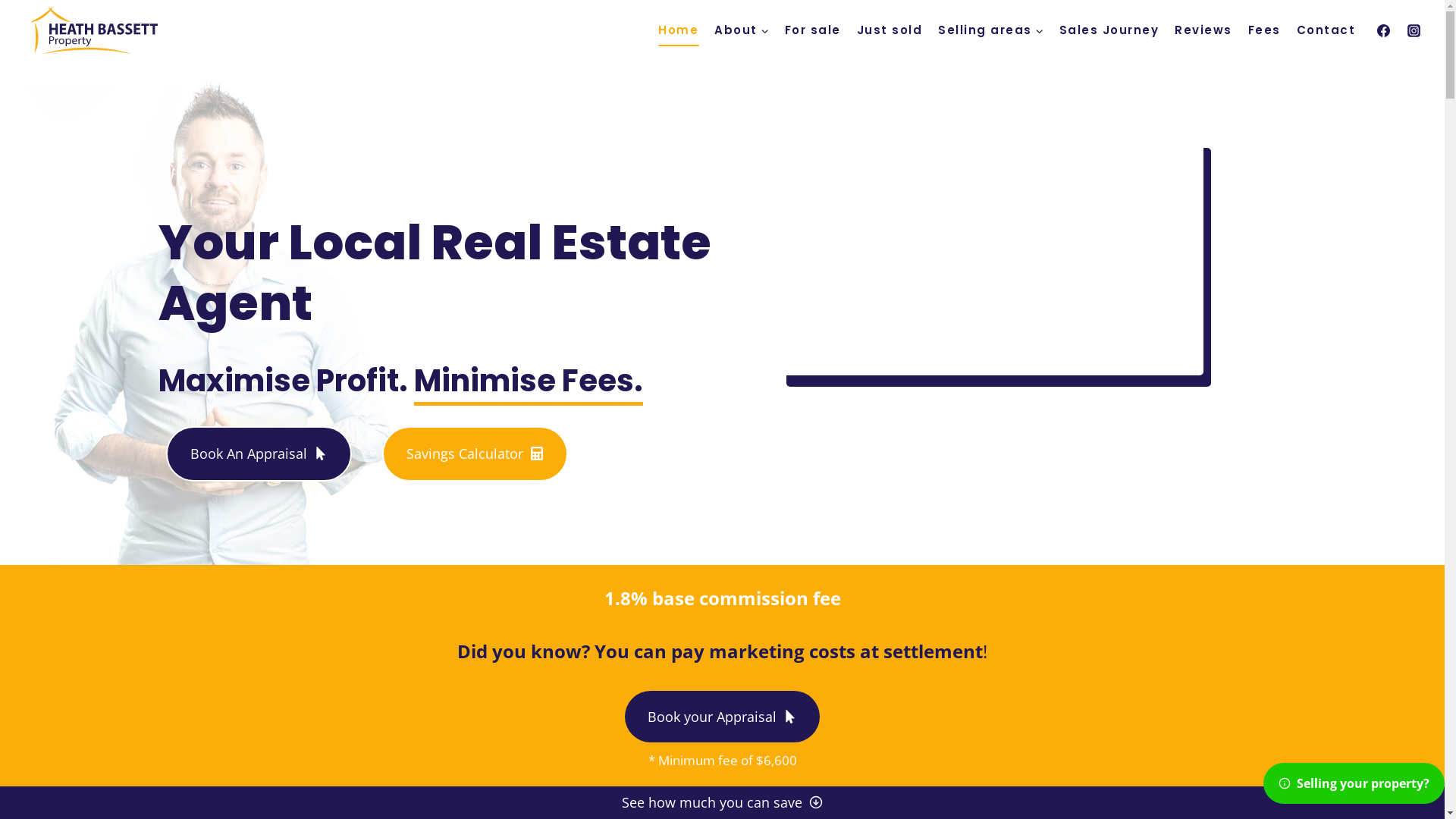  I want to click on 'Selling your property?', so click(1263, 783).